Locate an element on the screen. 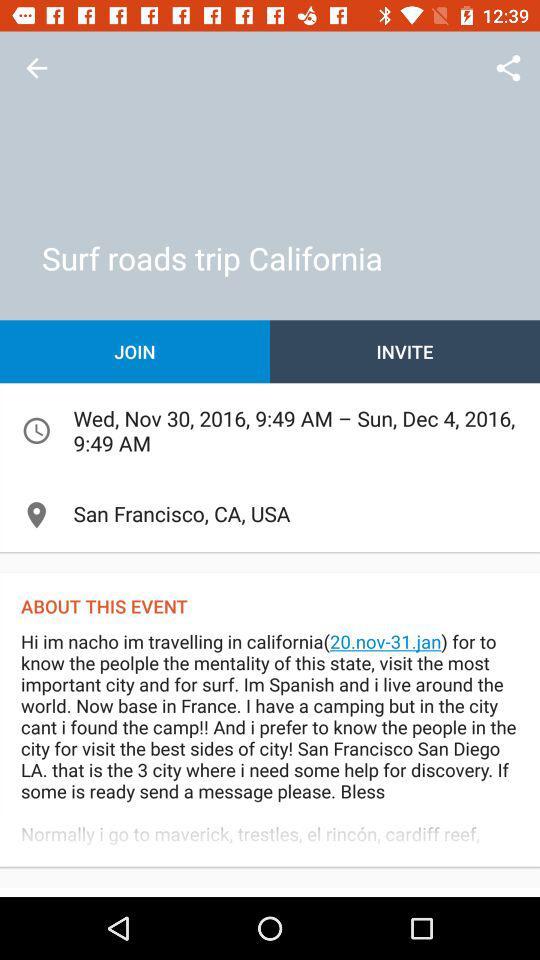 The image size is (540, 960). icon on the right is located at coordinates (405, 351).